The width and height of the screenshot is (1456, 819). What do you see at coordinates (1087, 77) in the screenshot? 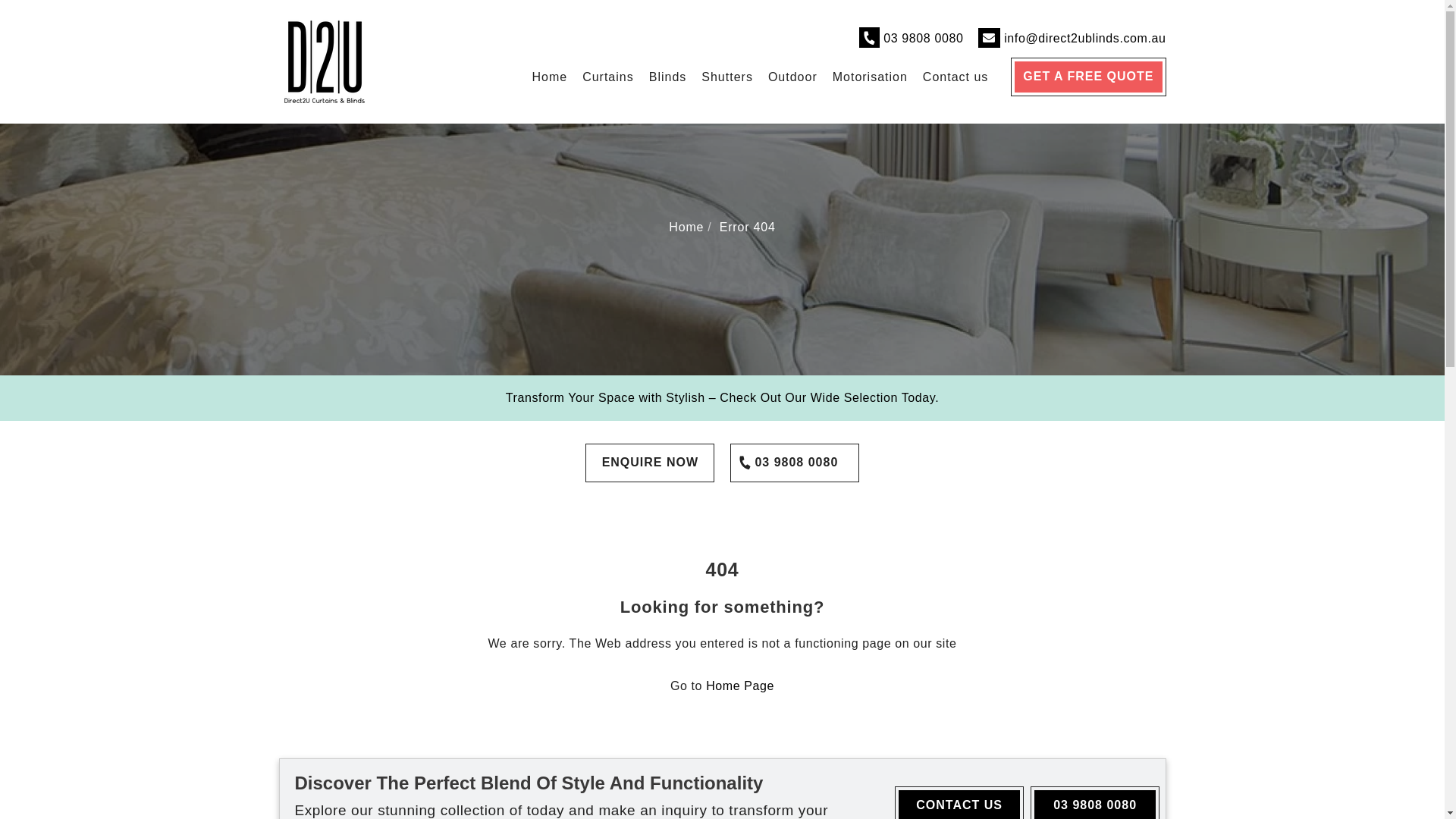
I see `'GET A FREE QUOTE'` at bounding box center [1087, 77].